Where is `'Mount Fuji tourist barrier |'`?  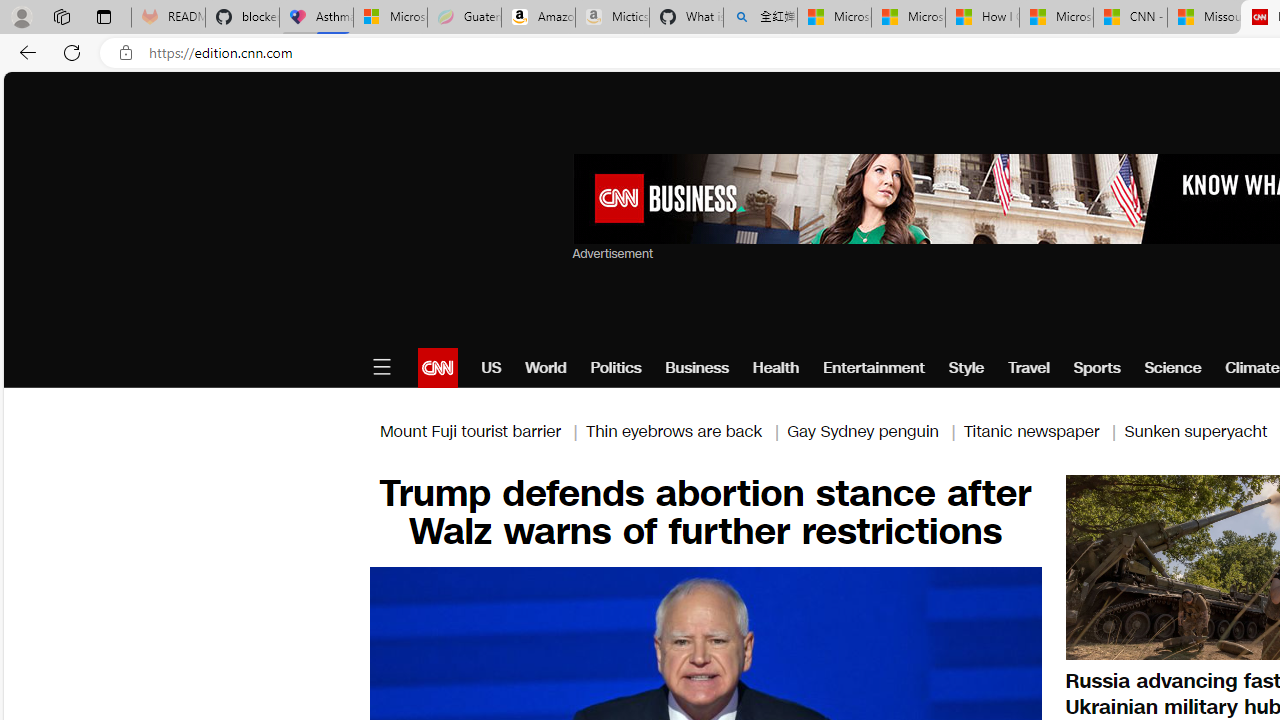
'Mount Fuji tourist barrier |' is located at coordinates (482, 430).